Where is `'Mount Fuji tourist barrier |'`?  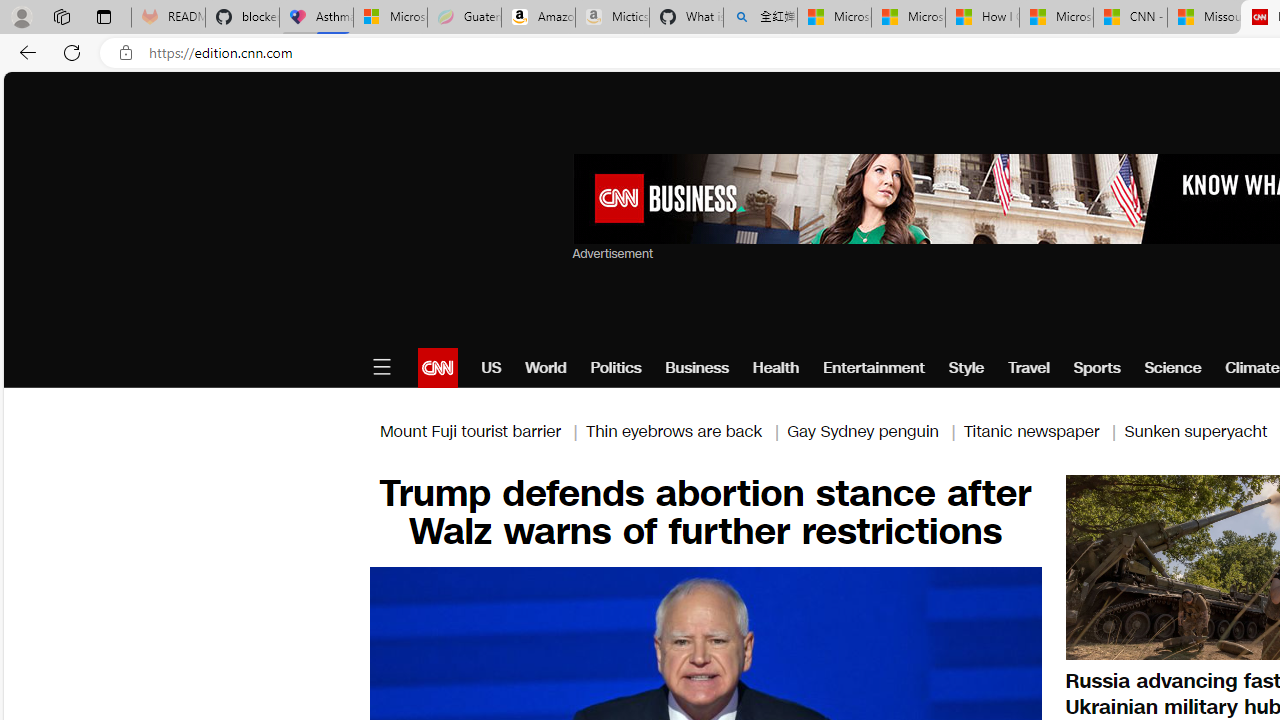
'Mount Fuji tourist barrier |' is located at coordinates (482, 430).